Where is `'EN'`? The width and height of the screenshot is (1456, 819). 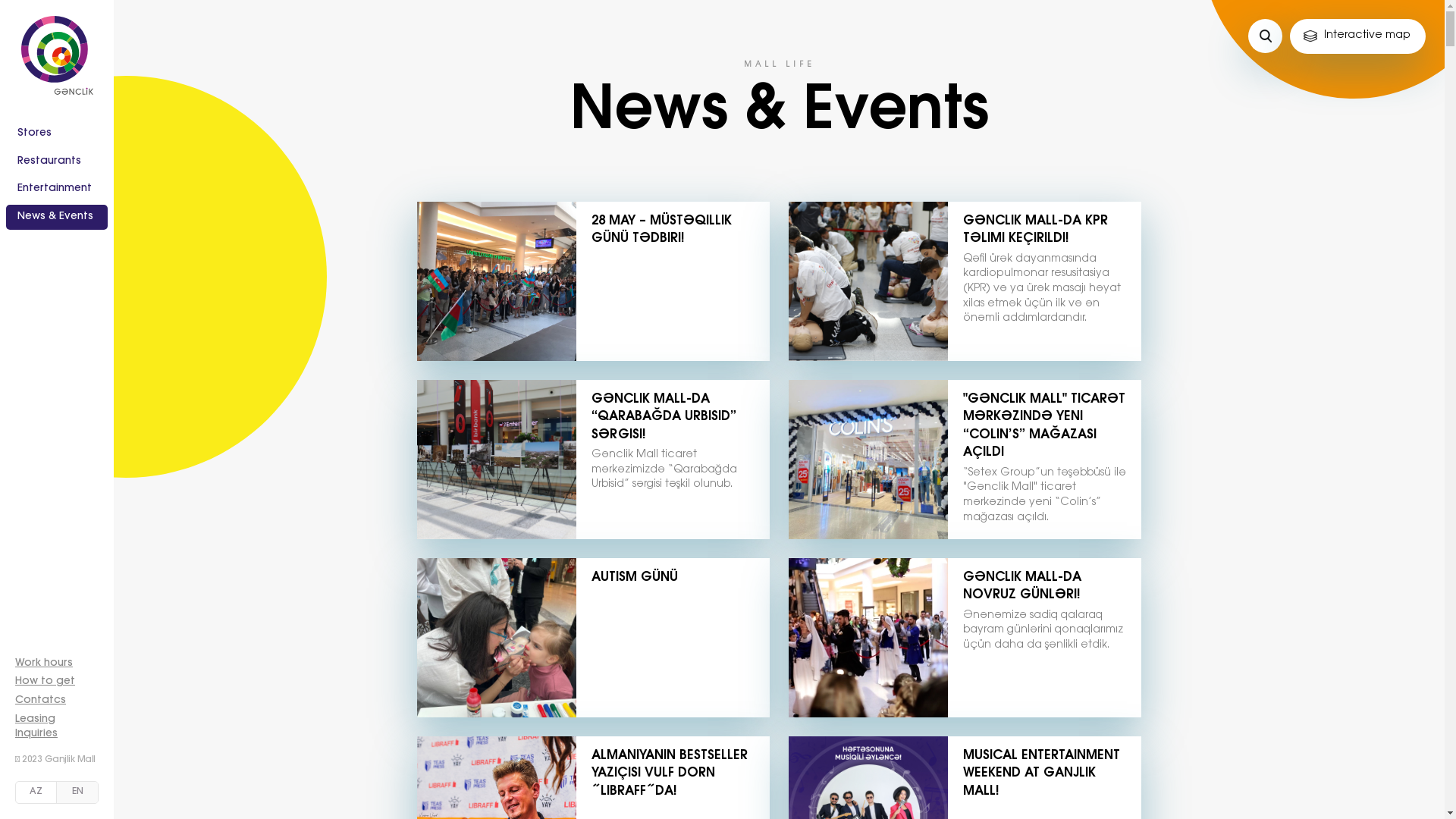 'EN' is located at coordinates (76, 792).